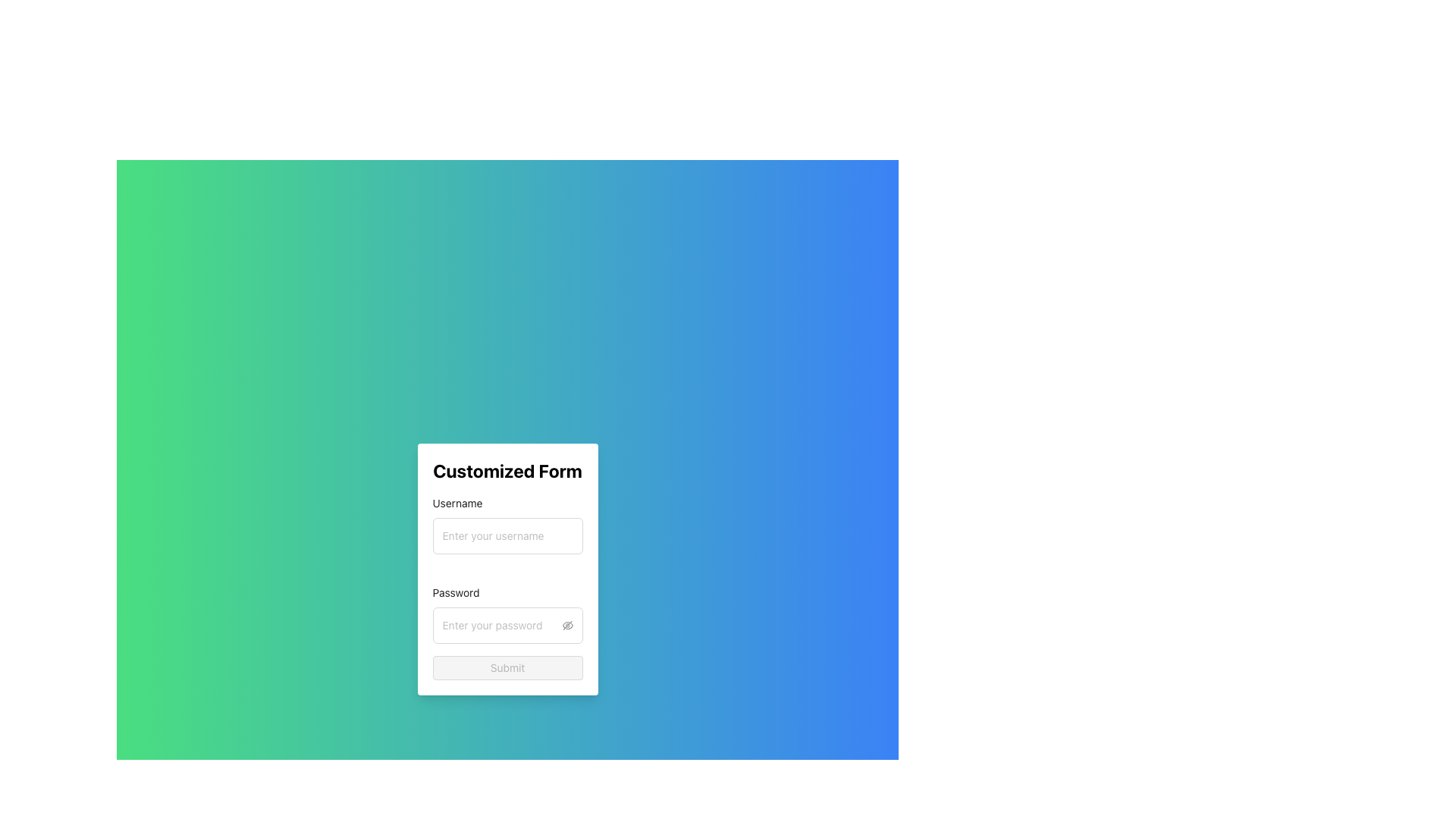  What do you see at coordinates (566, 626) in the screenshot?
I see `the icon for toggling password visibility located at the right end of the password input field to show or hide the password text` at bounding box center [566, 626].